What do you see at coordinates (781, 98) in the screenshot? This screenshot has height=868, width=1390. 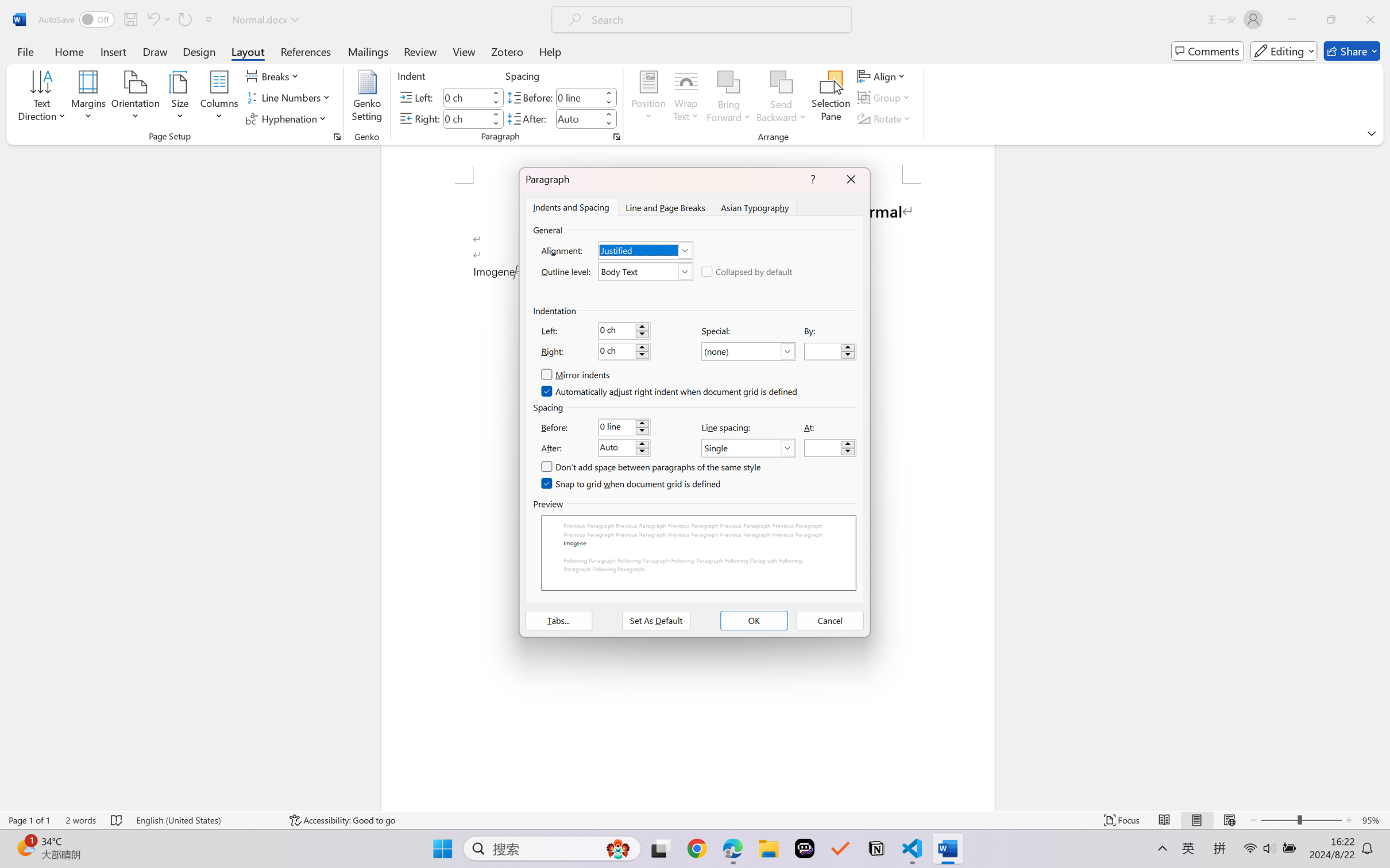 I see `'Send Backward'` at bounding box center [781, 98].